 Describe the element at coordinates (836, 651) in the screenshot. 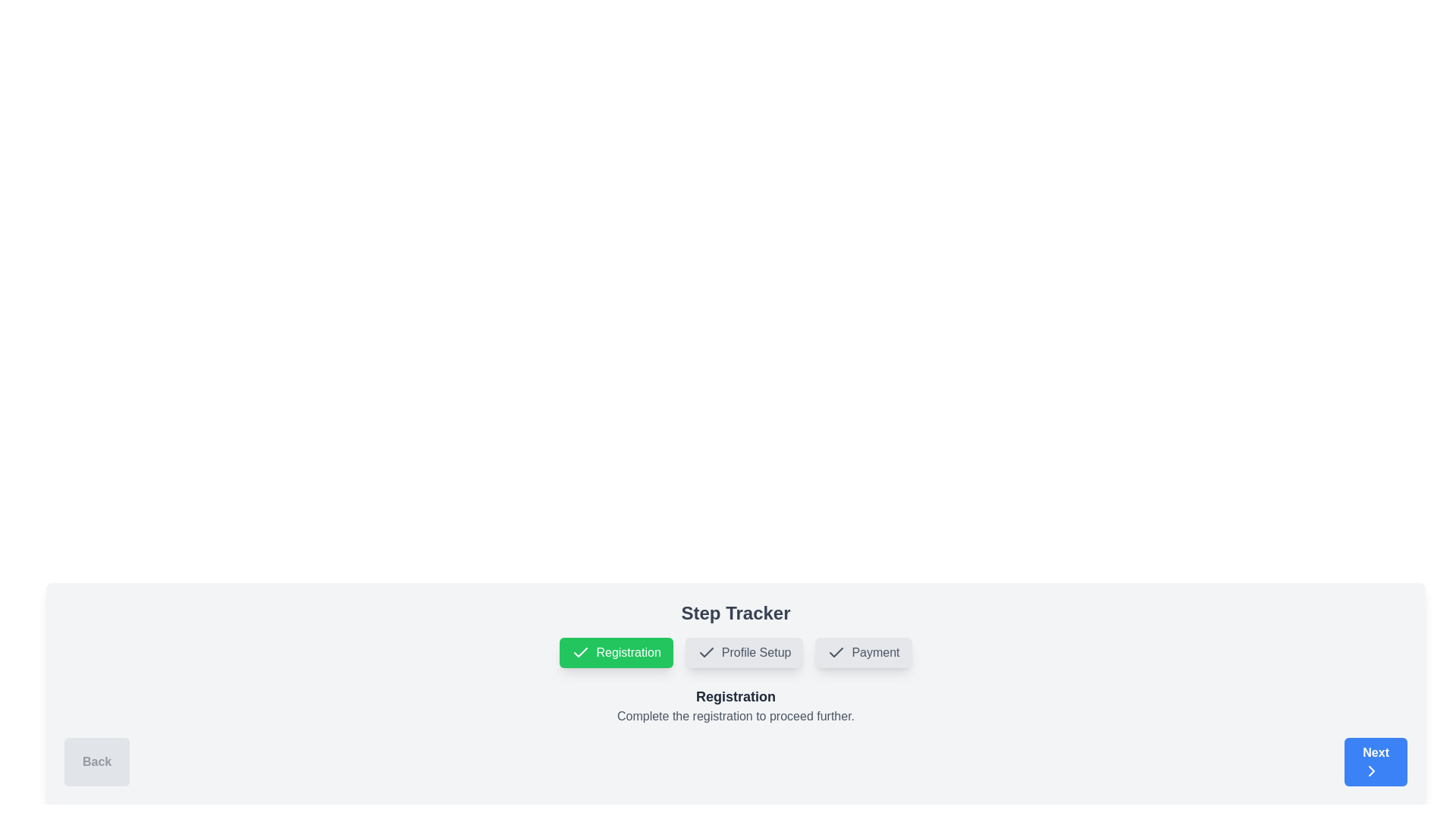

I see `the checkmark icon styled with a round border and gray fill, located to the left of the text 'Payment'` at that location.